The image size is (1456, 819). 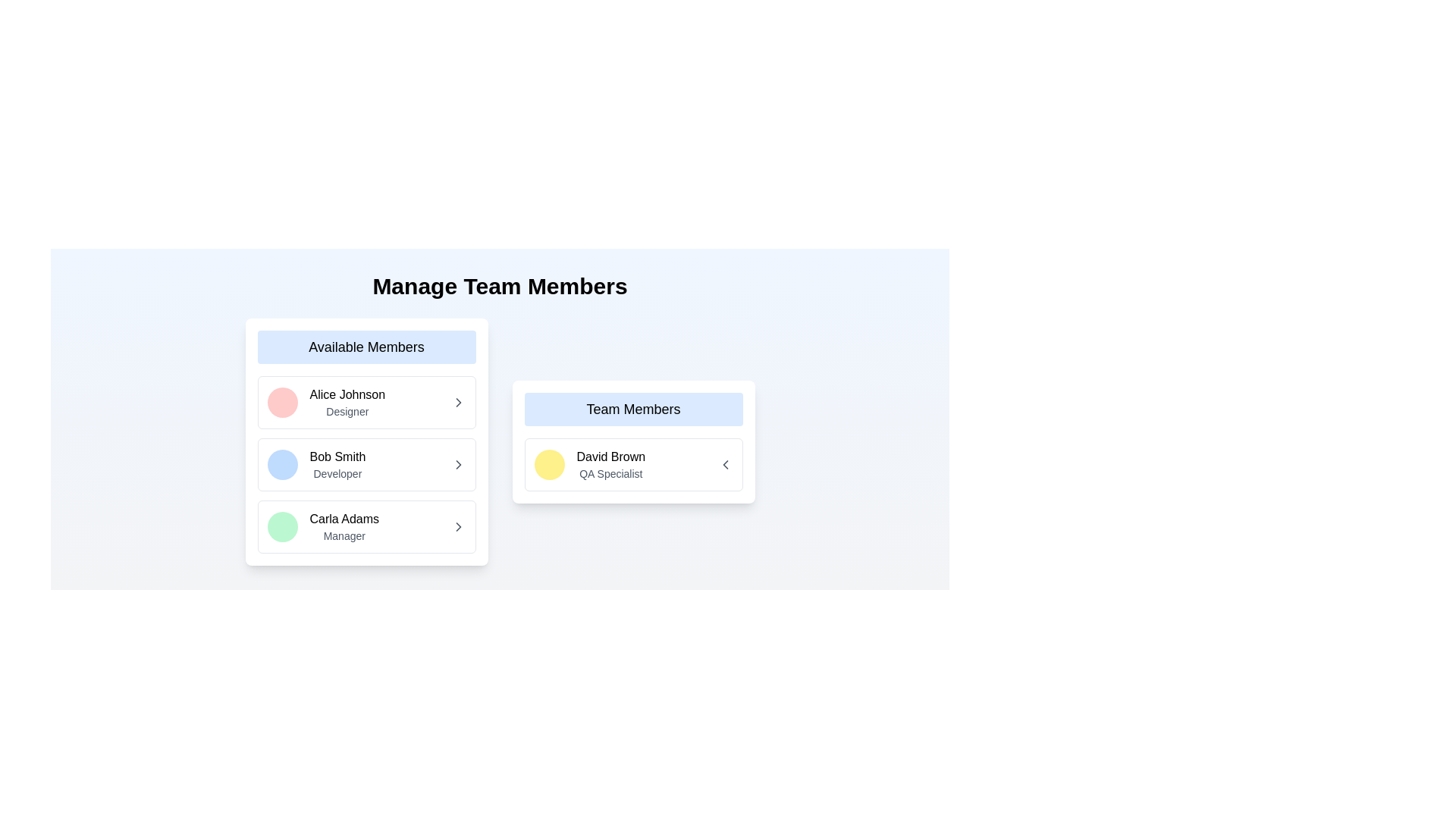 What do you see at coordinates (322, 526) in the screenshot?
I see `the Profile entry box for 'Carla Adams Manager' to bring up a context menu` at bounding box center [322, 526].